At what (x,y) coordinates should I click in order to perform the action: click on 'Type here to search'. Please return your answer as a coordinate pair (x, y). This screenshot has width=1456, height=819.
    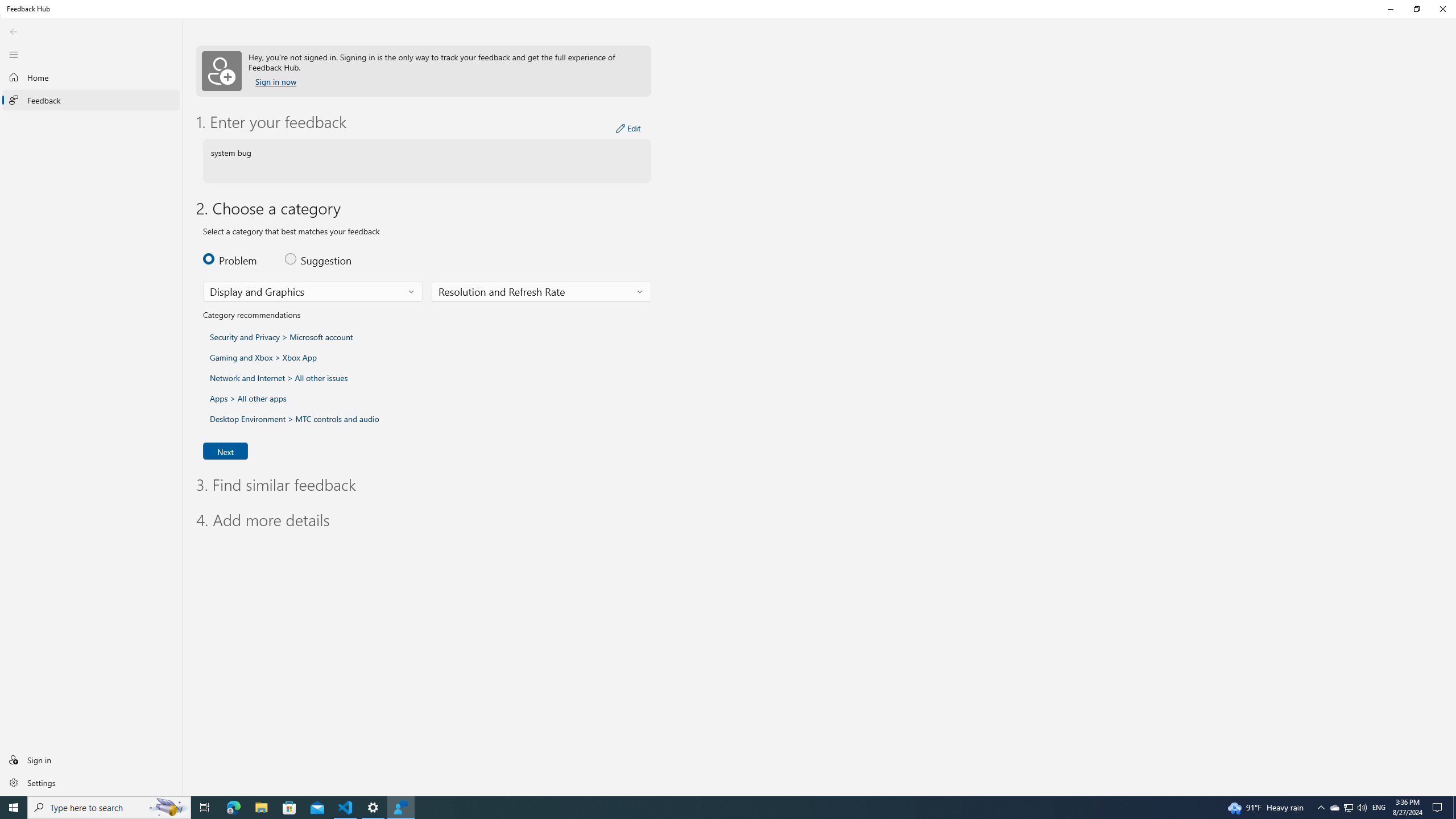
    Looking at the image, I should click on (109, 806).